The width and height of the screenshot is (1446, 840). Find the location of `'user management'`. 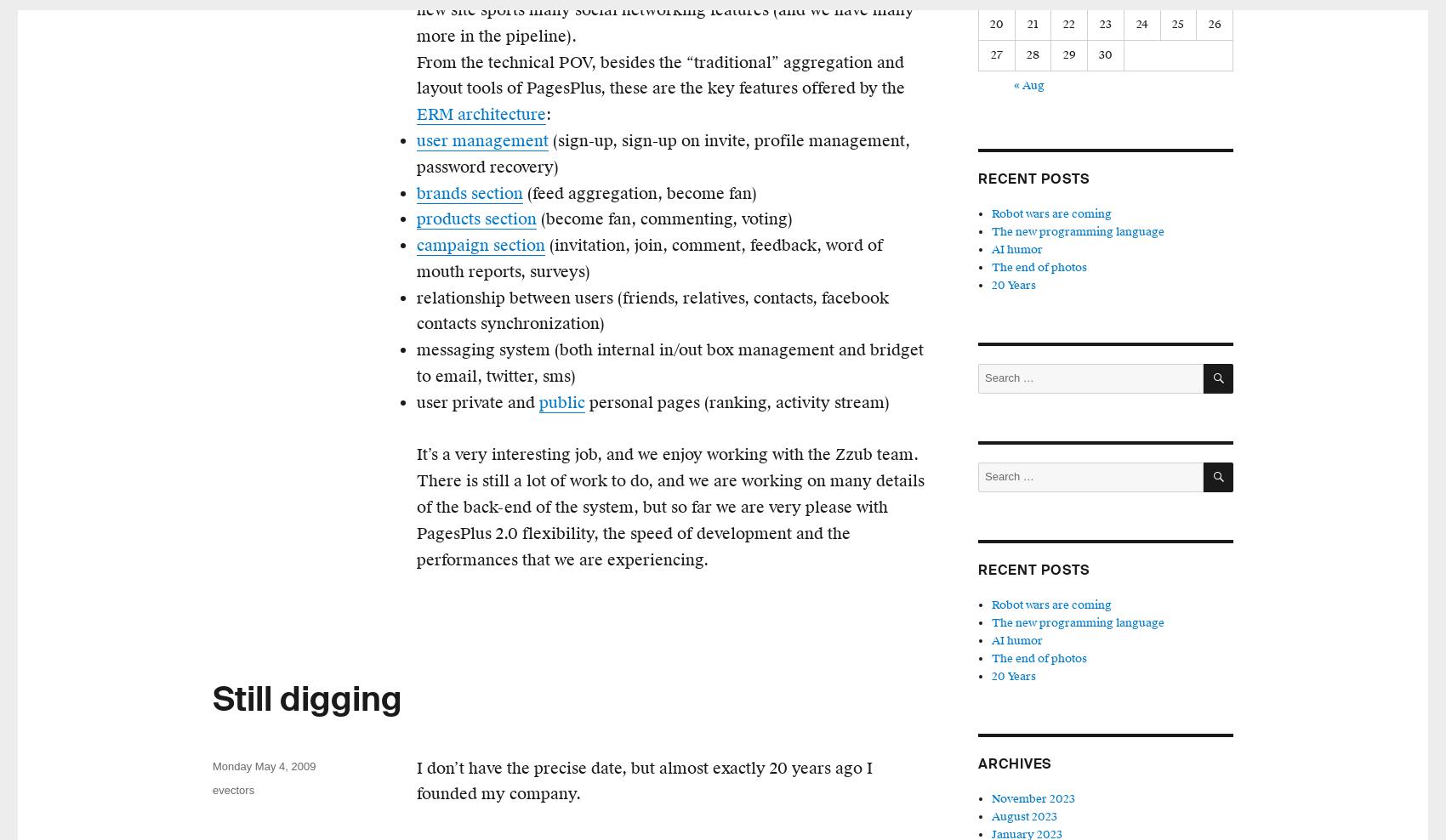

'user management' is located at coordinates (481, 139).